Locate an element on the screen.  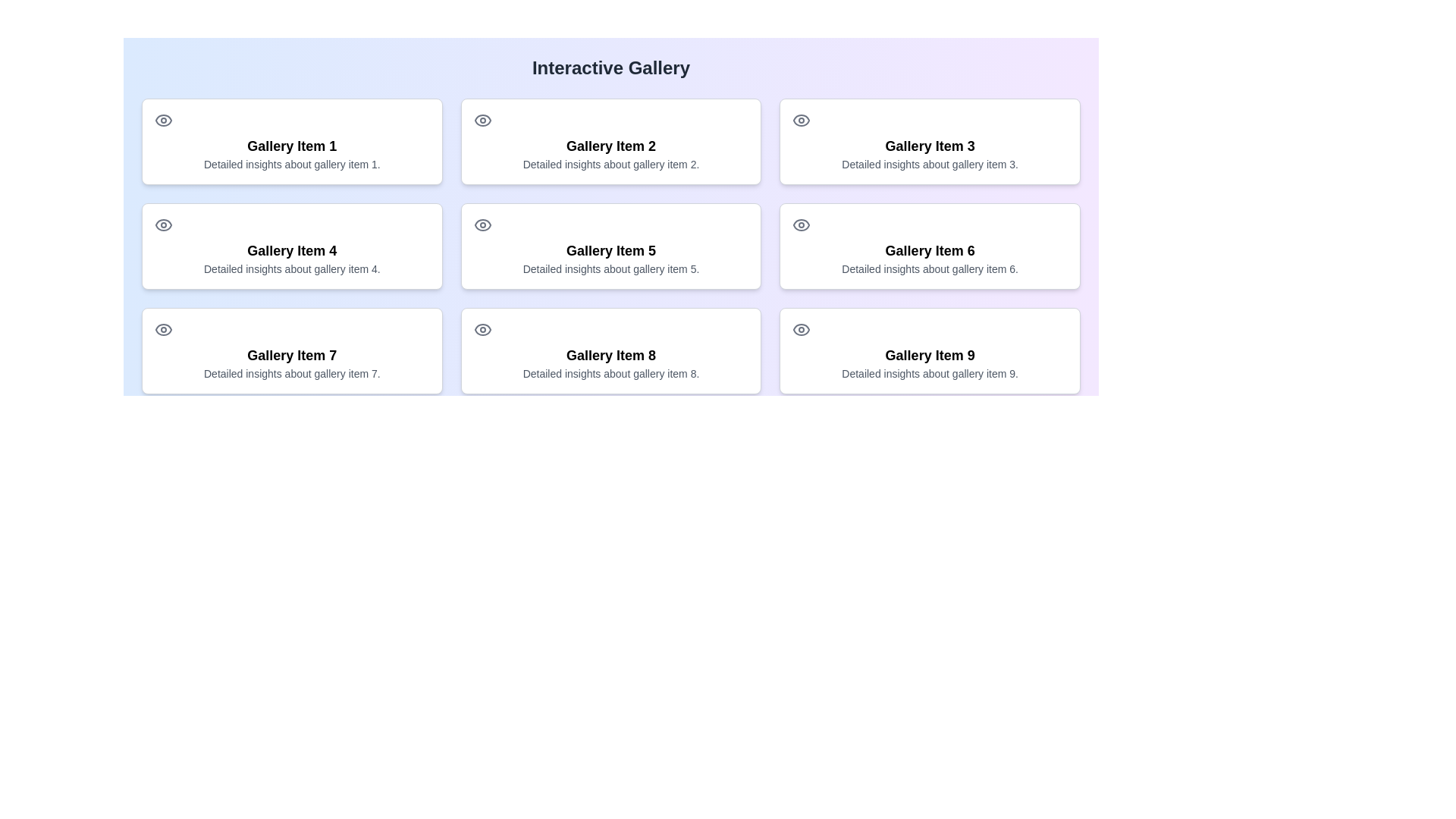
text content of the label that displays 'Gallery Item 9', which is located in the top half of the last card in the gallery grid is located at coordinates (929, 356).